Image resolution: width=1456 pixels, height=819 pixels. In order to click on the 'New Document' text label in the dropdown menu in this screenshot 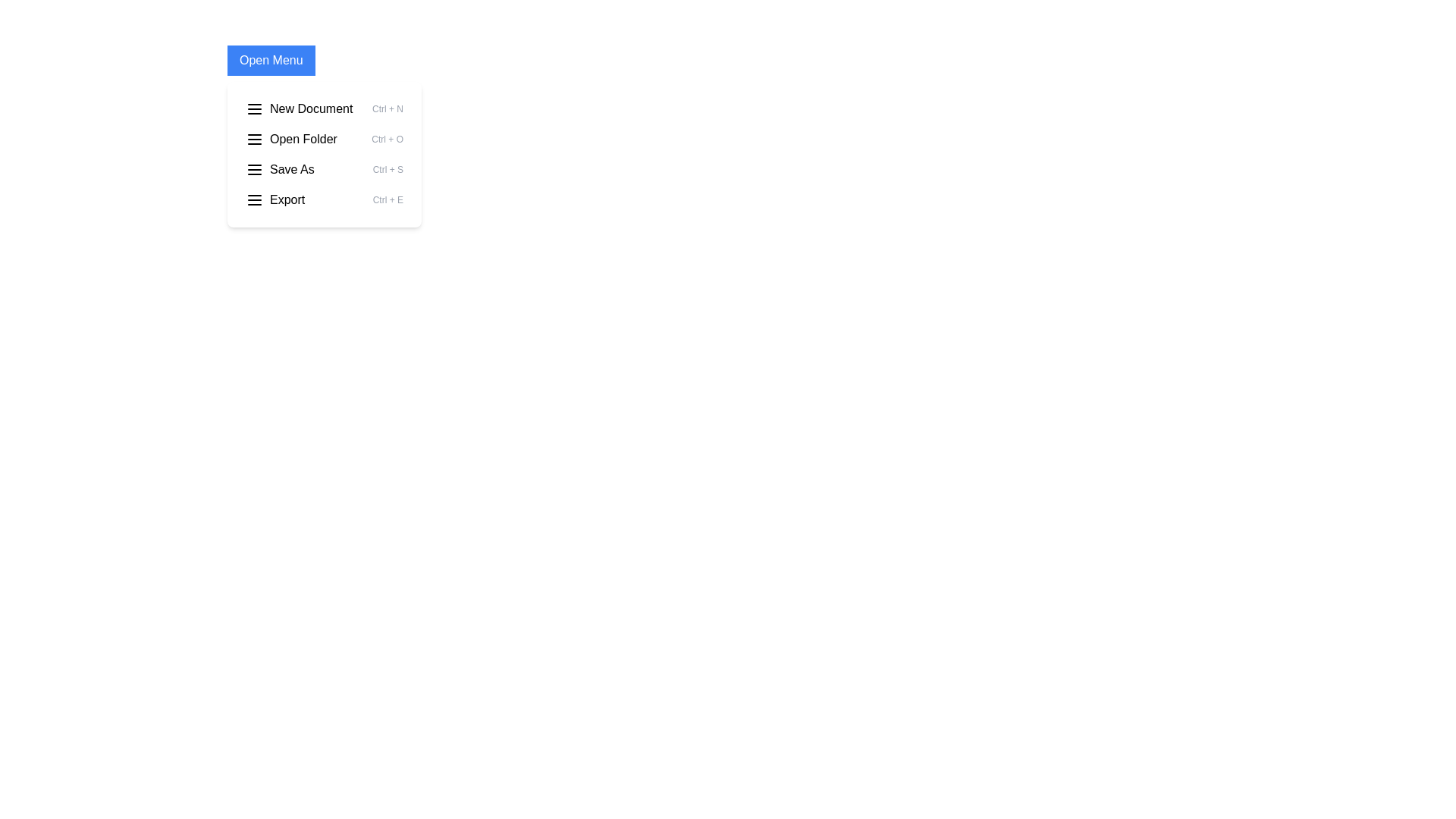, I will do `click(310, 108)`.